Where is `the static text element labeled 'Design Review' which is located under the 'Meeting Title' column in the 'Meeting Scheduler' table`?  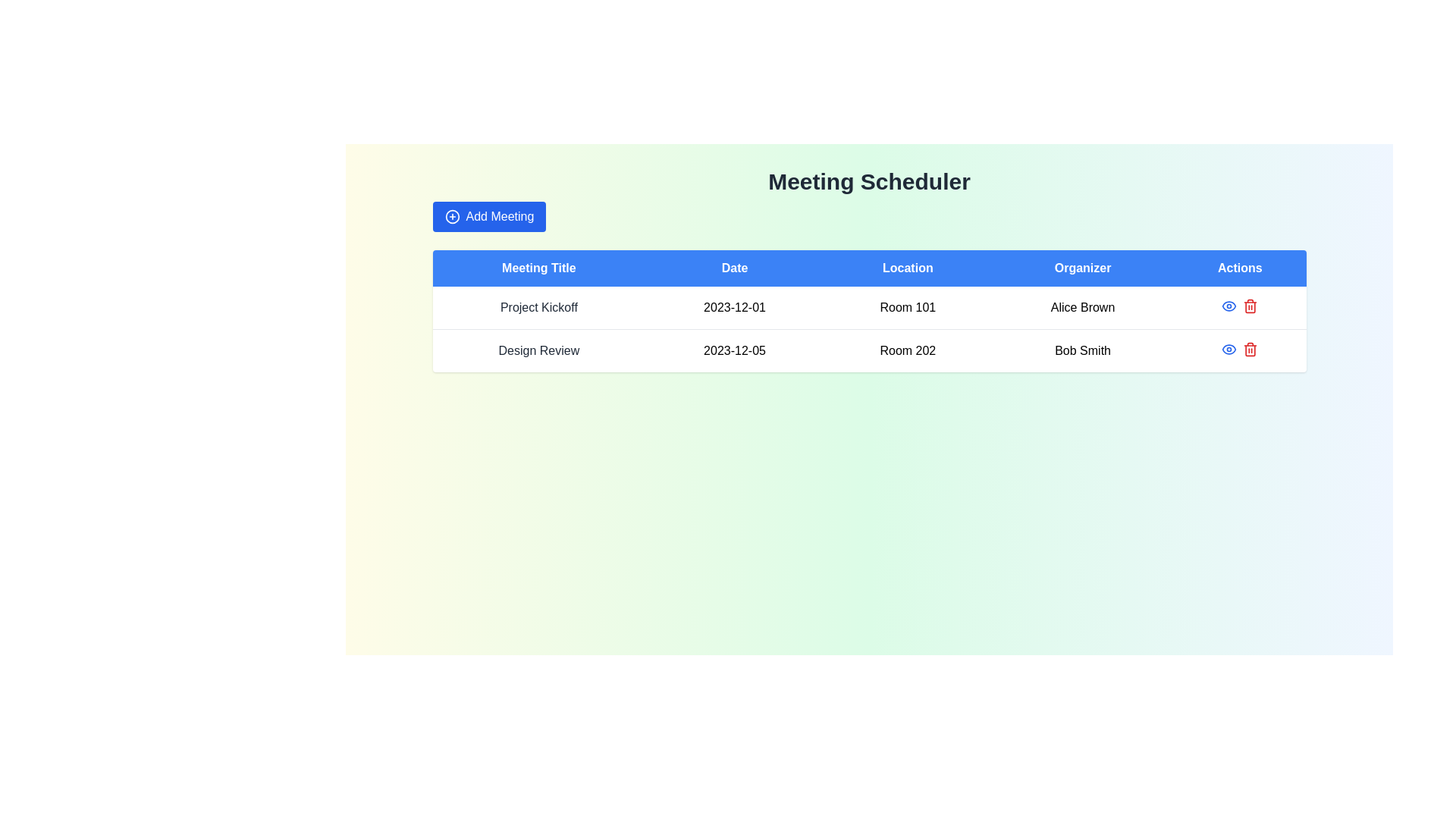 the static text element labeled 'Design Review' which is located under the 'Meeting Title' column in the 'Meeting Scheduler' table is located at coordinates (538, 350).